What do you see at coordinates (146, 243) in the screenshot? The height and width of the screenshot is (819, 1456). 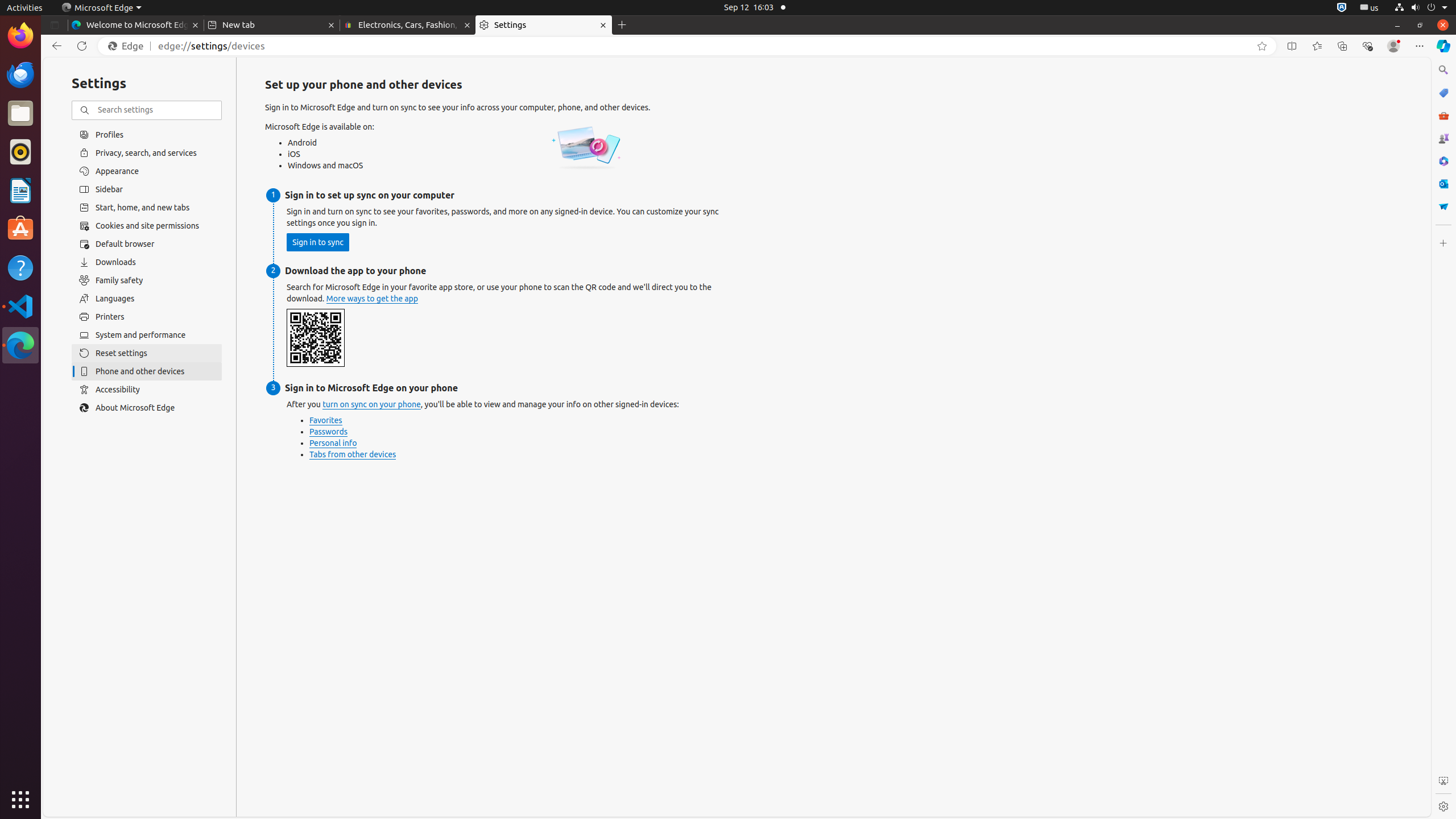 I see `'Default browser'` at bounding box center [146, 243].